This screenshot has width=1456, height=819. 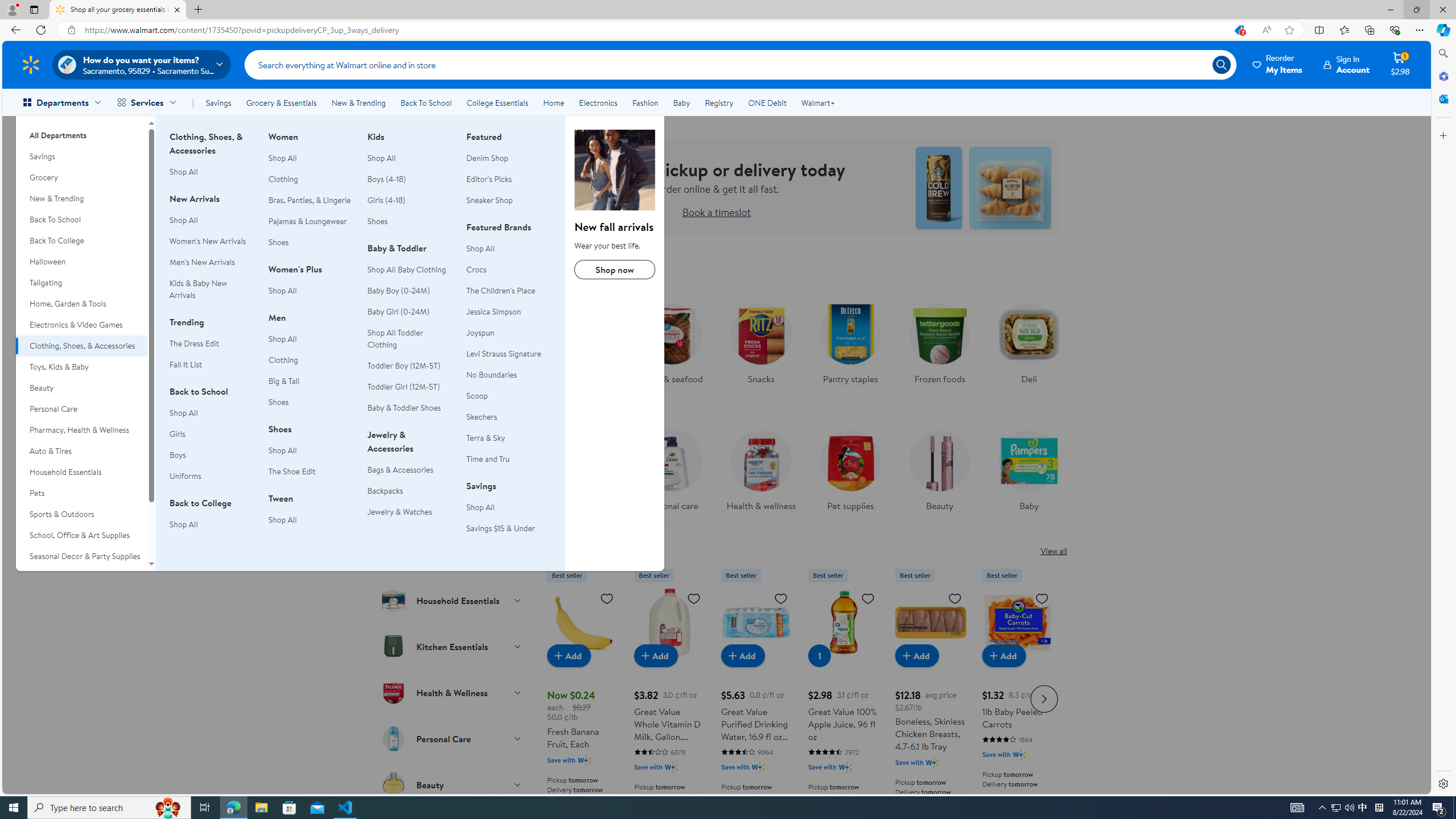 What do you see at coordinates (81, 535) in the screenshot?
I see `'School, Office & Art Supplies'` at bounding box center [81, 535].